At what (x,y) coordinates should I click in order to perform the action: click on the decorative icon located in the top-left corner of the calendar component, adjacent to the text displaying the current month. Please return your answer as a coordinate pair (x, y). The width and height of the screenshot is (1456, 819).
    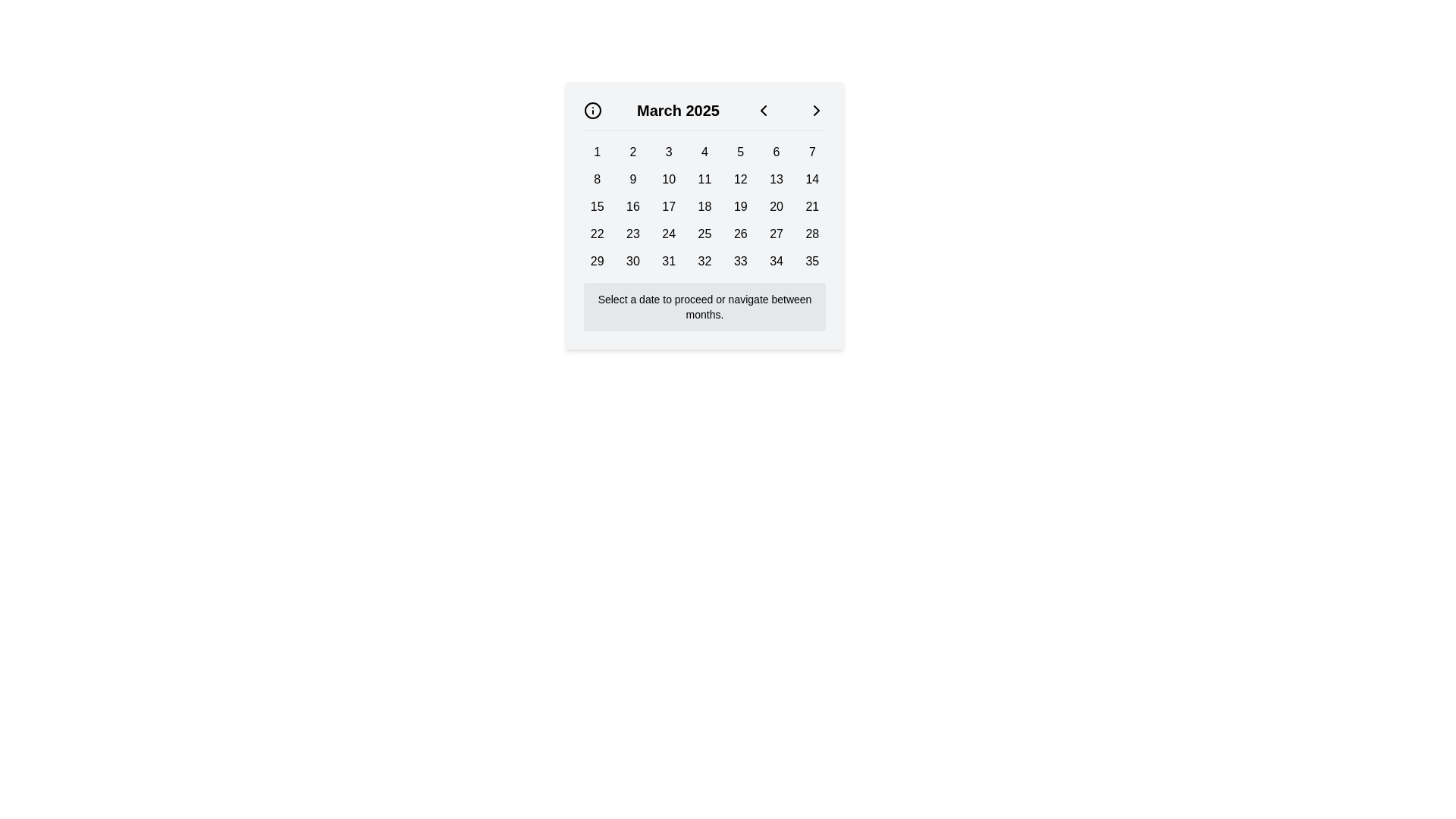
    Looking at the image, I should click on (592, 110).